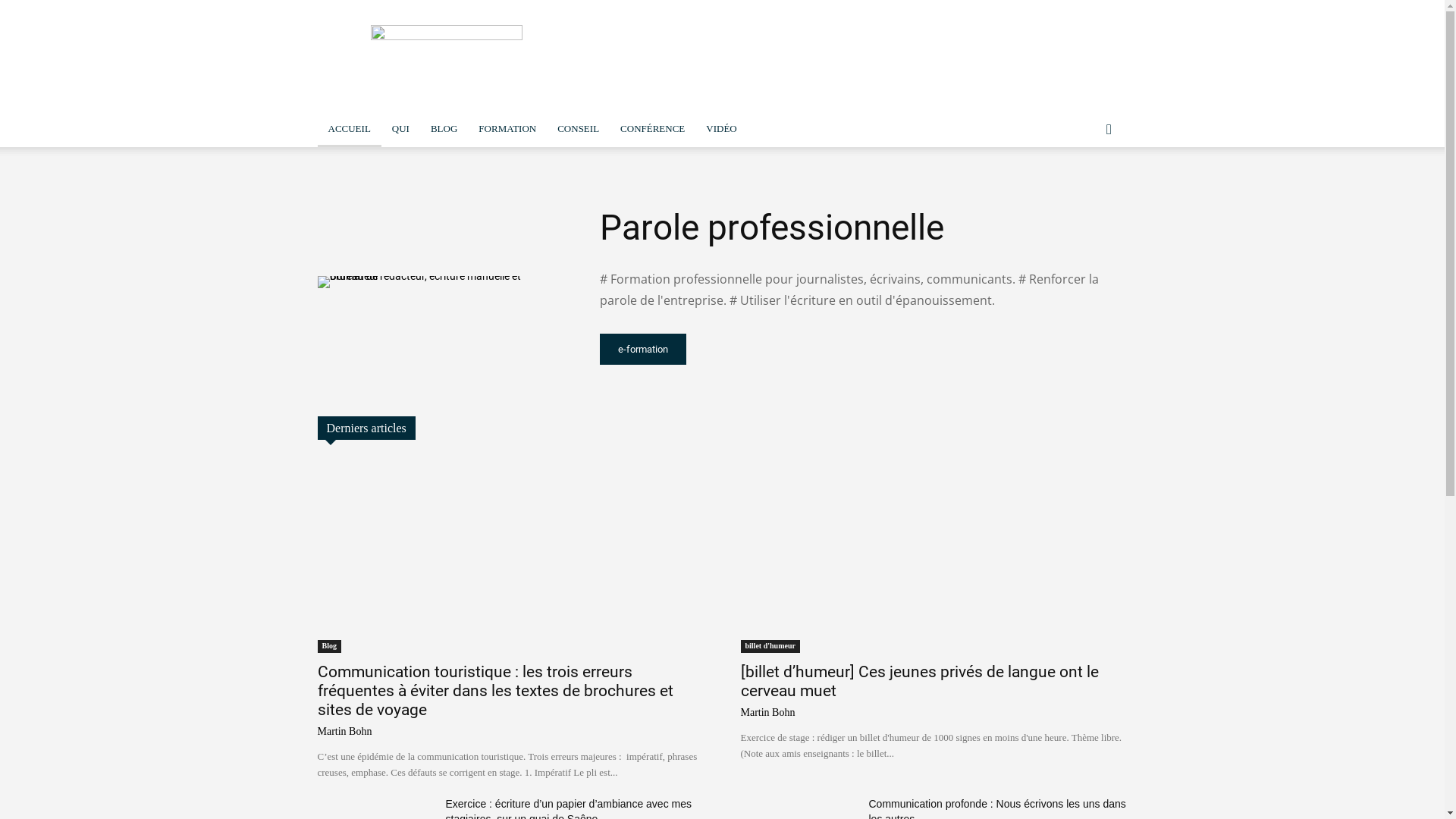  What do you see at coordinates (769, 646) in the screenshot?
I see `'billet d'humeur'` at bounding box center [769, 646].